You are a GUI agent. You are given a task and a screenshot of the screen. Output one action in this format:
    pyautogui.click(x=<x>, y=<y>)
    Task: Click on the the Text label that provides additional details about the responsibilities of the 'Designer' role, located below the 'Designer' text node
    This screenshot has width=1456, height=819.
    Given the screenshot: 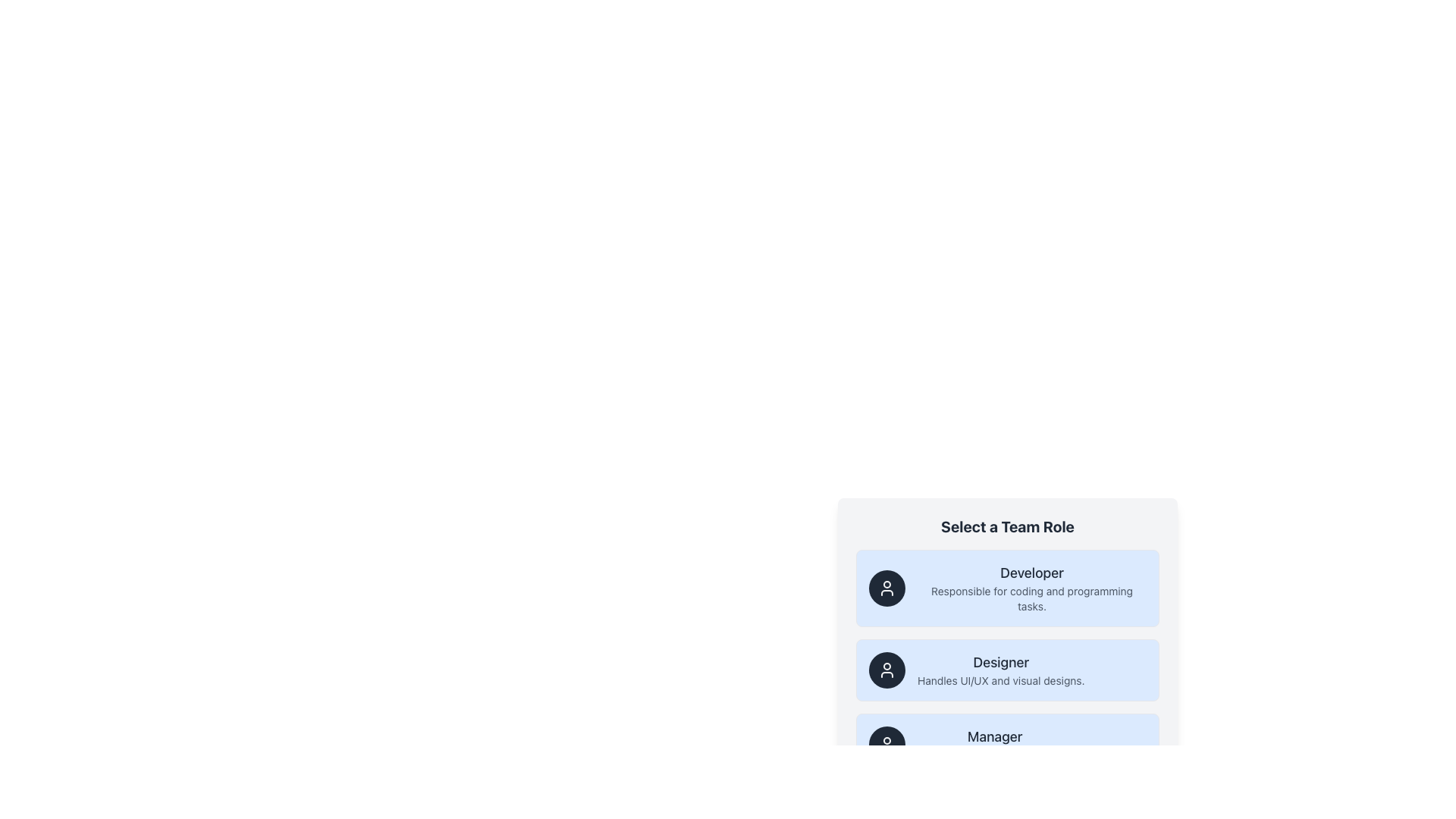 What is the action you would take?
    pyautogui.click(x=1001, y=680)
    